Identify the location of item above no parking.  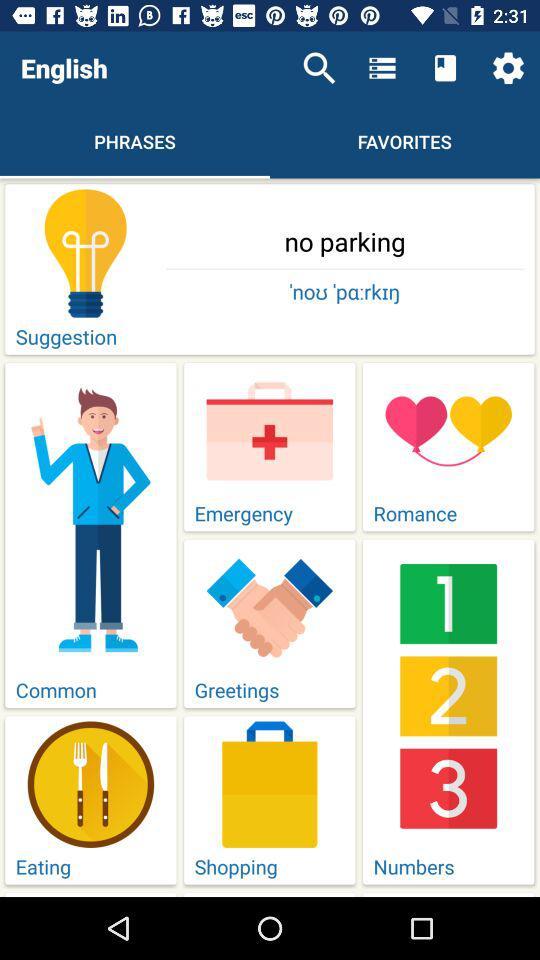
(319, 68).